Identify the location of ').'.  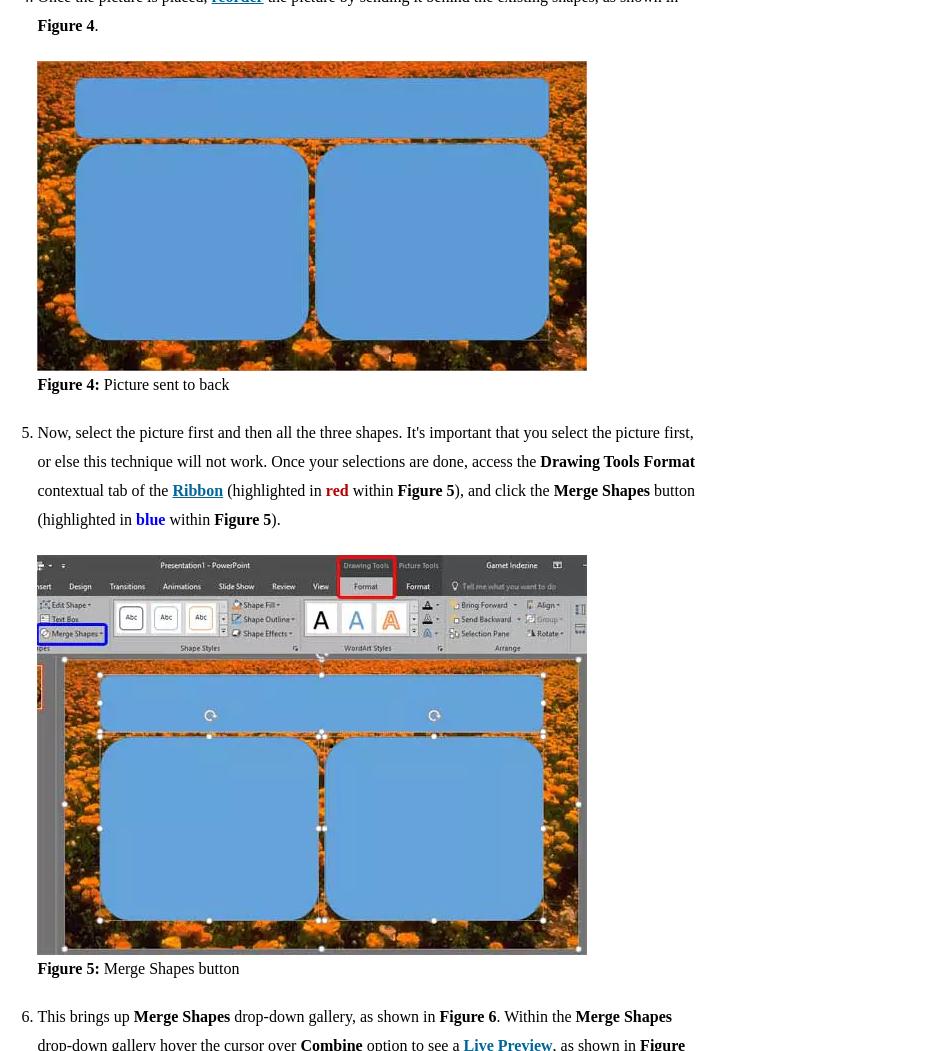
(274, 518).